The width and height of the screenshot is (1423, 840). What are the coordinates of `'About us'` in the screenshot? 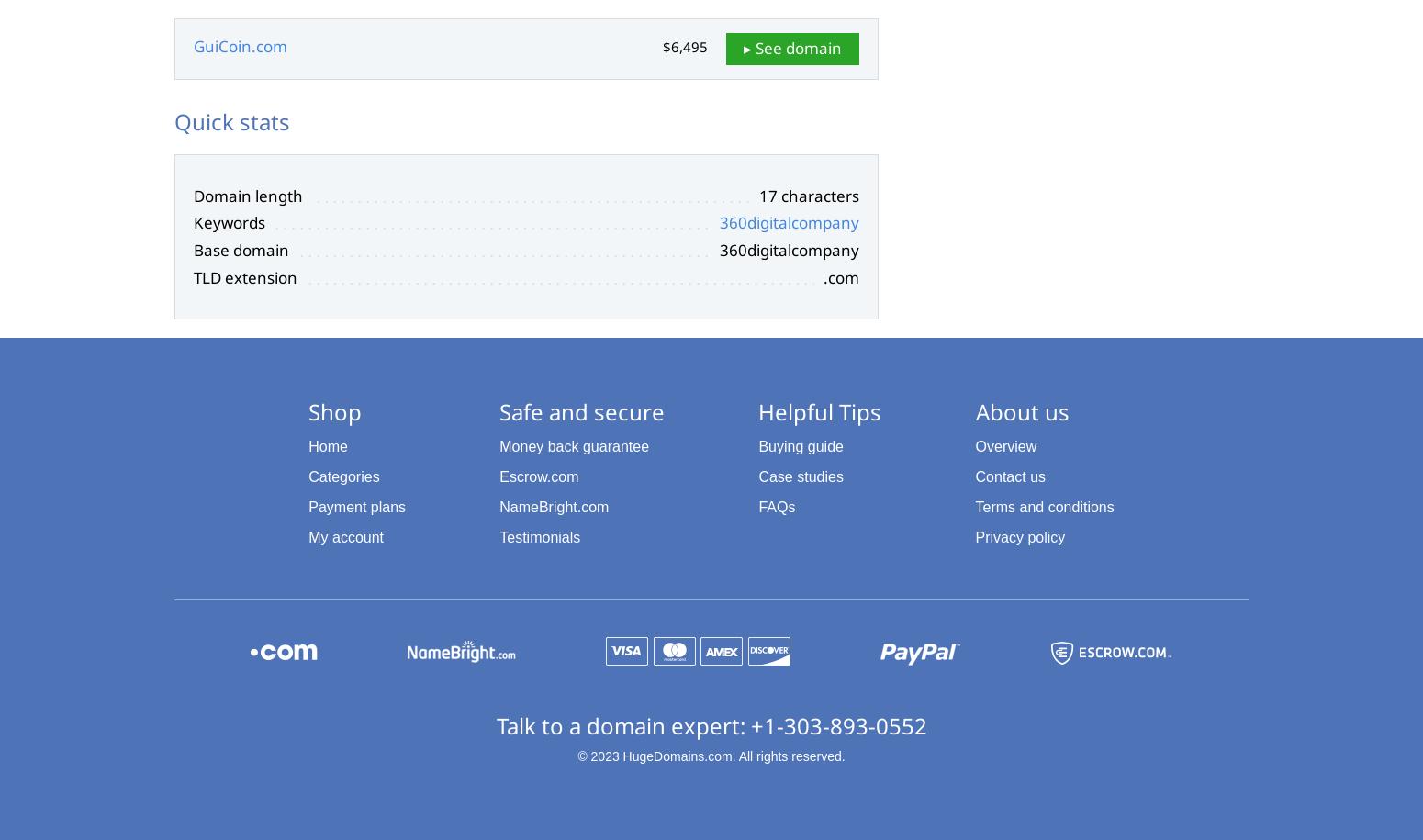 It's located at (1021, 411).